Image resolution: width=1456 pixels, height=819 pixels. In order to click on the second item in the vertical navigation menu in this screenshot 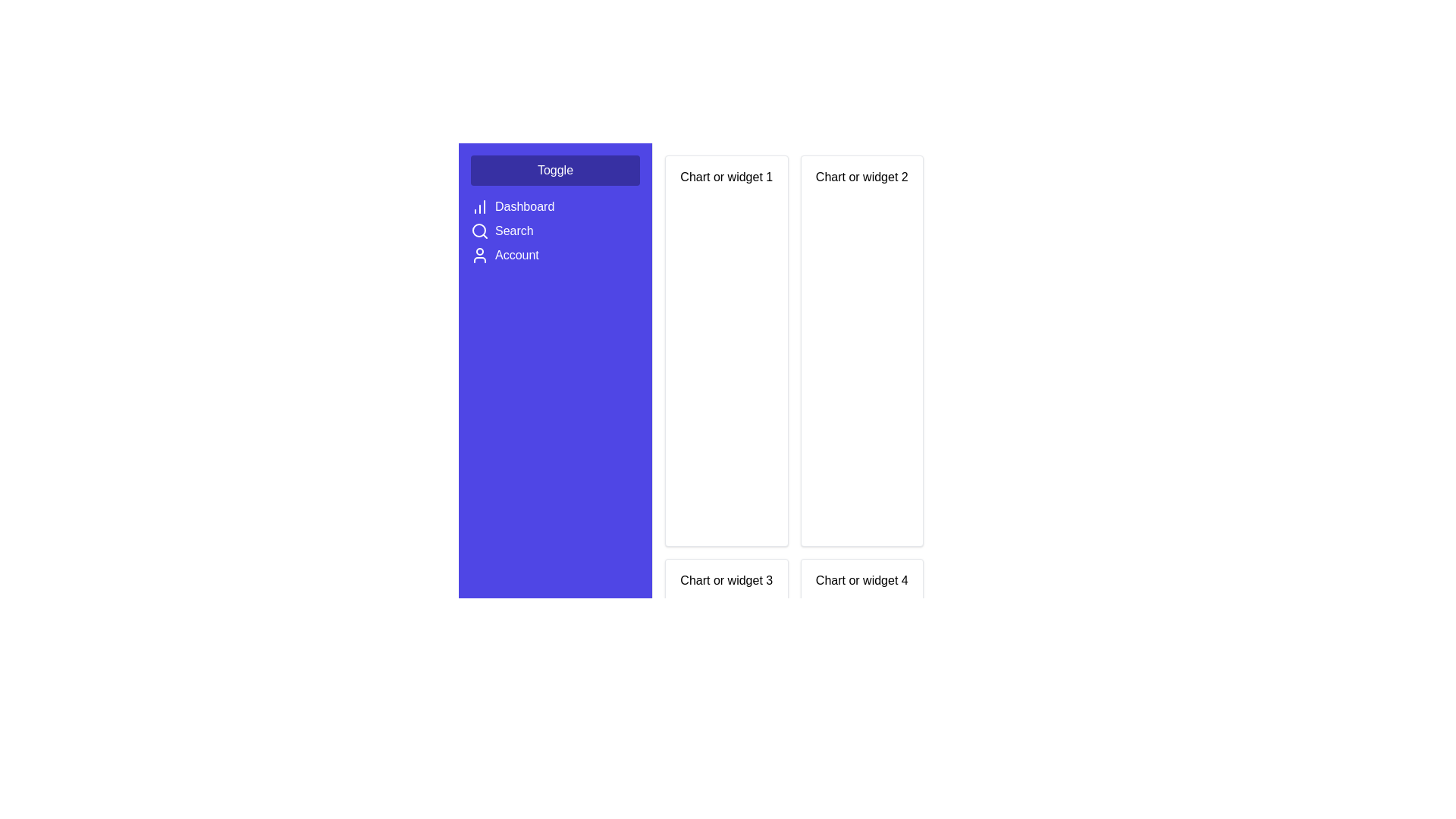, I will do `click(554, 234)`.